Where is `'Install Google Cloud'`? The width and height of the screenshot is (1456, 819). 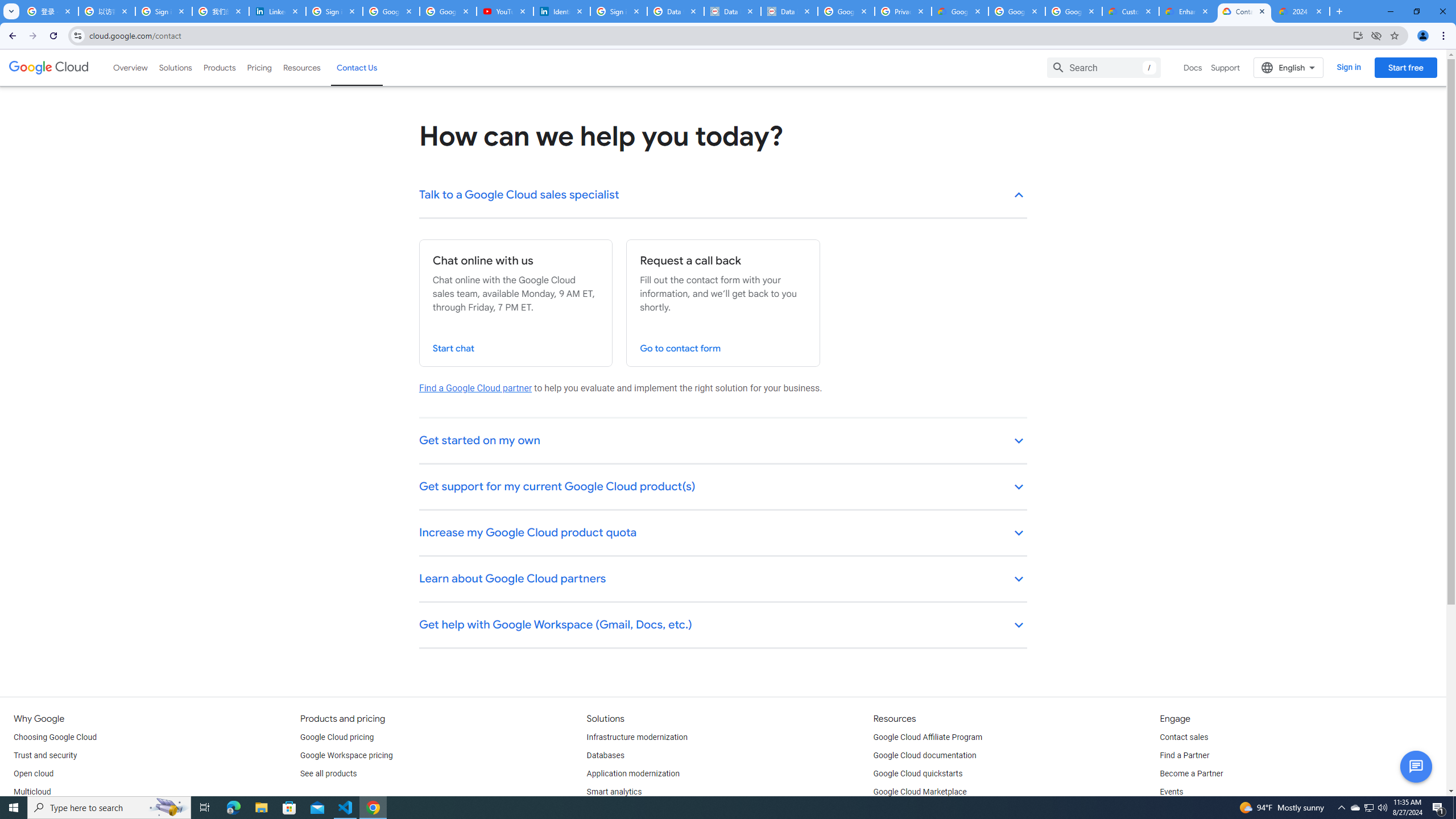
'Install Google Cloud' is located at coordinates (1358, 35).